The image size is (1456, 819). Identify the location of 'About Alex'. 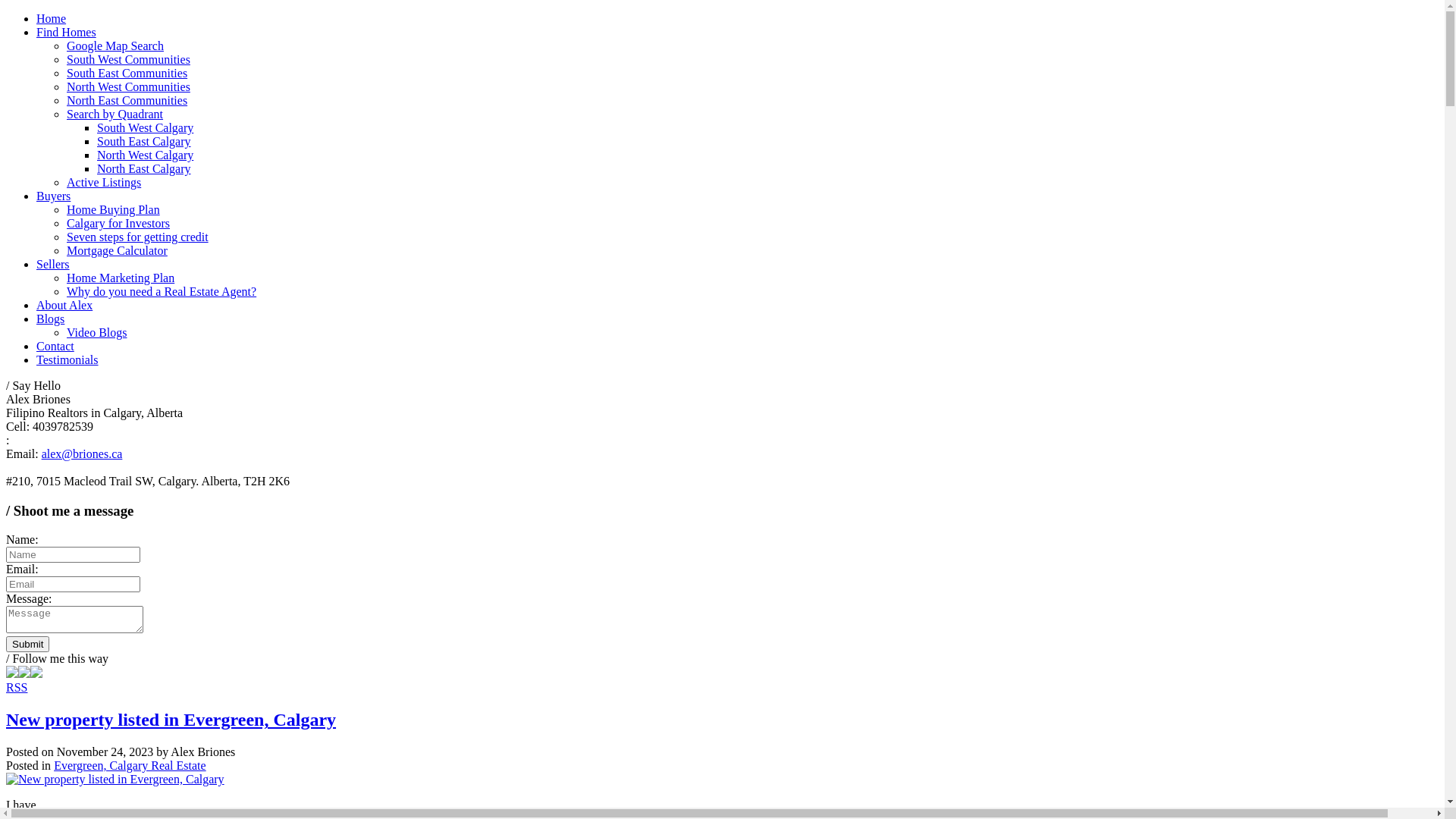
(64, 305).